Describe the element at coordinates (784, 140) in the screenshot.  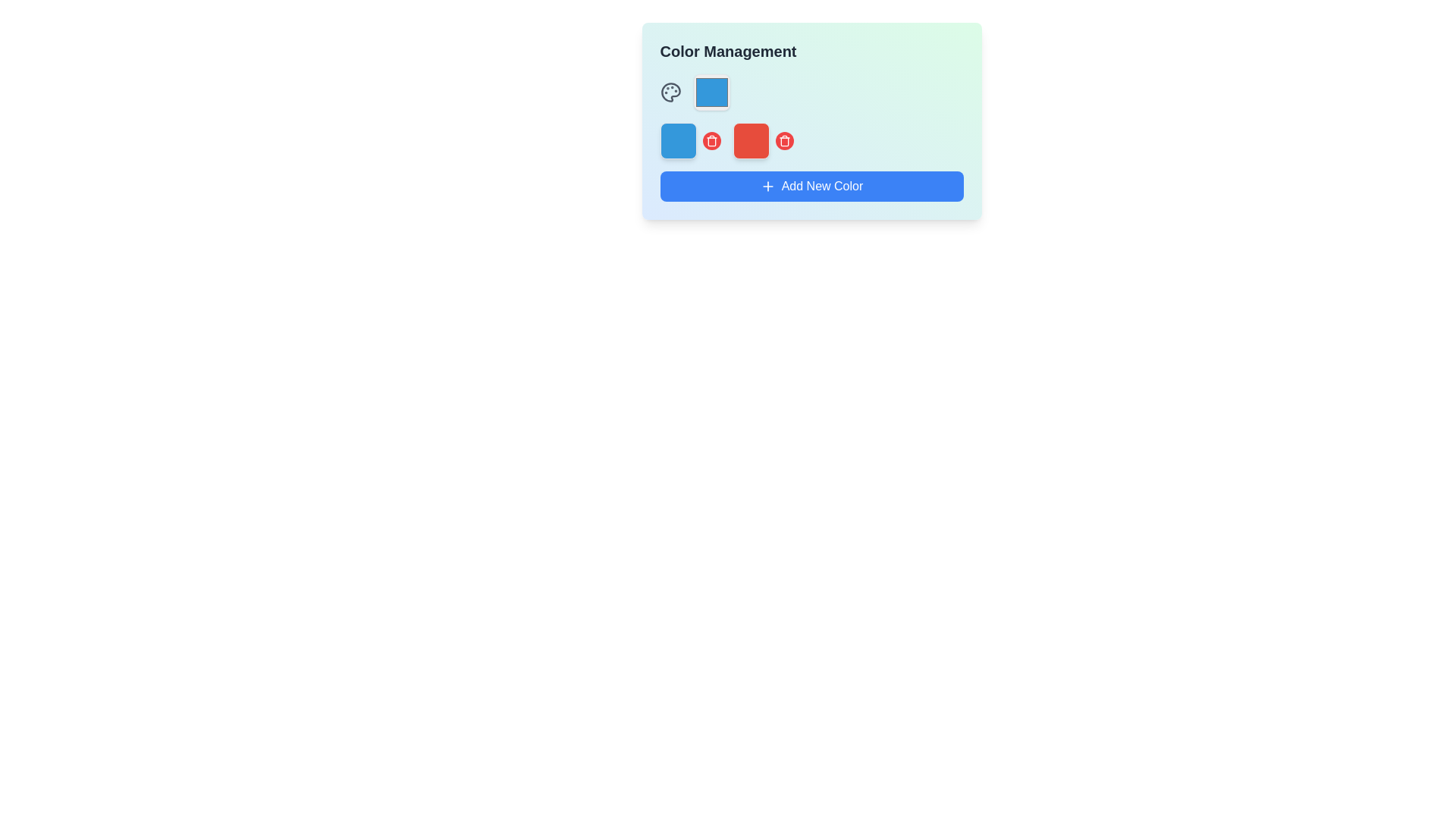
I see `the circular button with a red background and trash icon, located` at that location.